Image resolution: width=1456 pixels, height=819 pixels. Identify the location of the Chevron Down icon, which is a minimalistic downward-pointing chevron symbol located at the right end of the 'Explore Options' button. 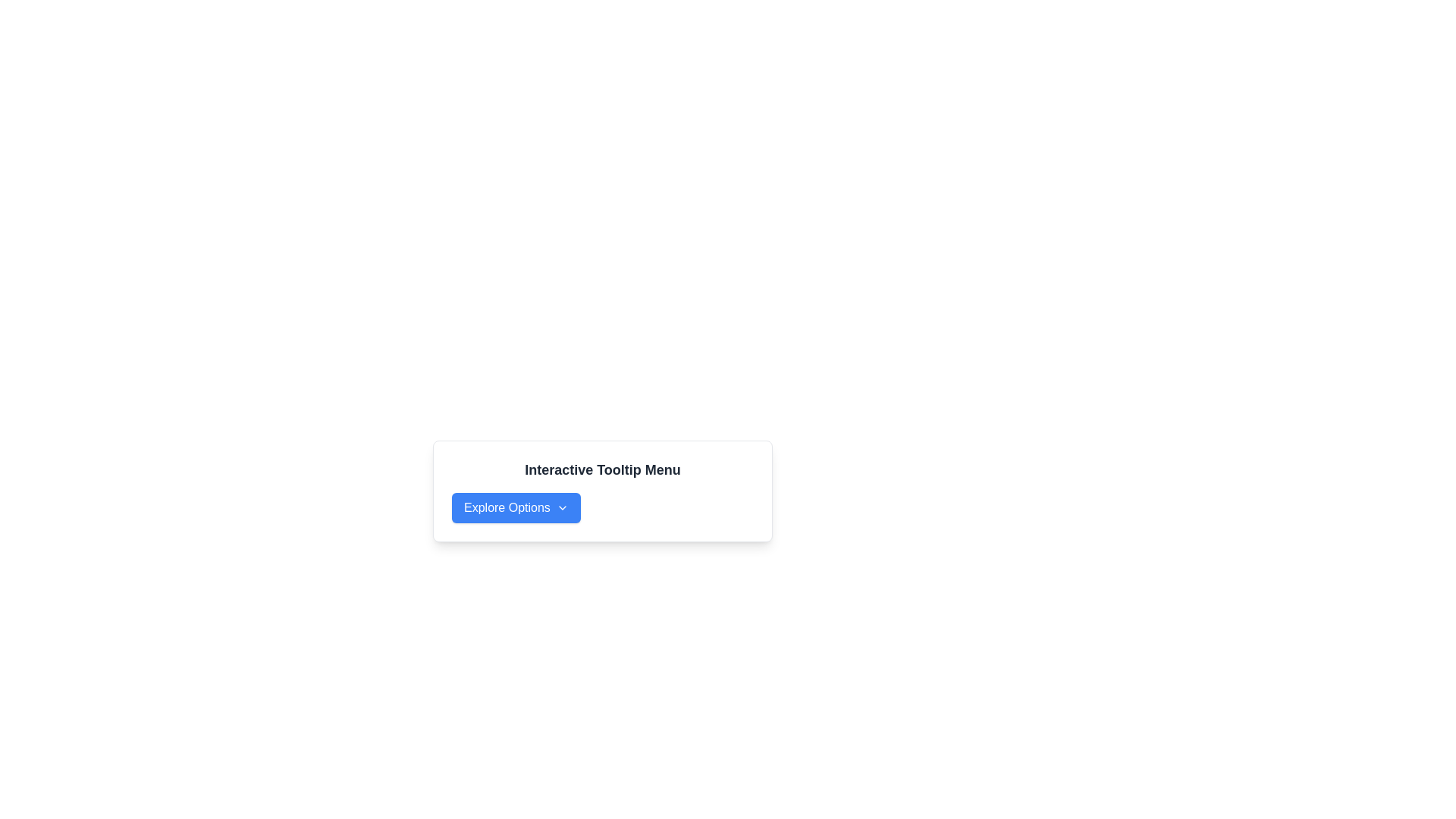
(561, 508).